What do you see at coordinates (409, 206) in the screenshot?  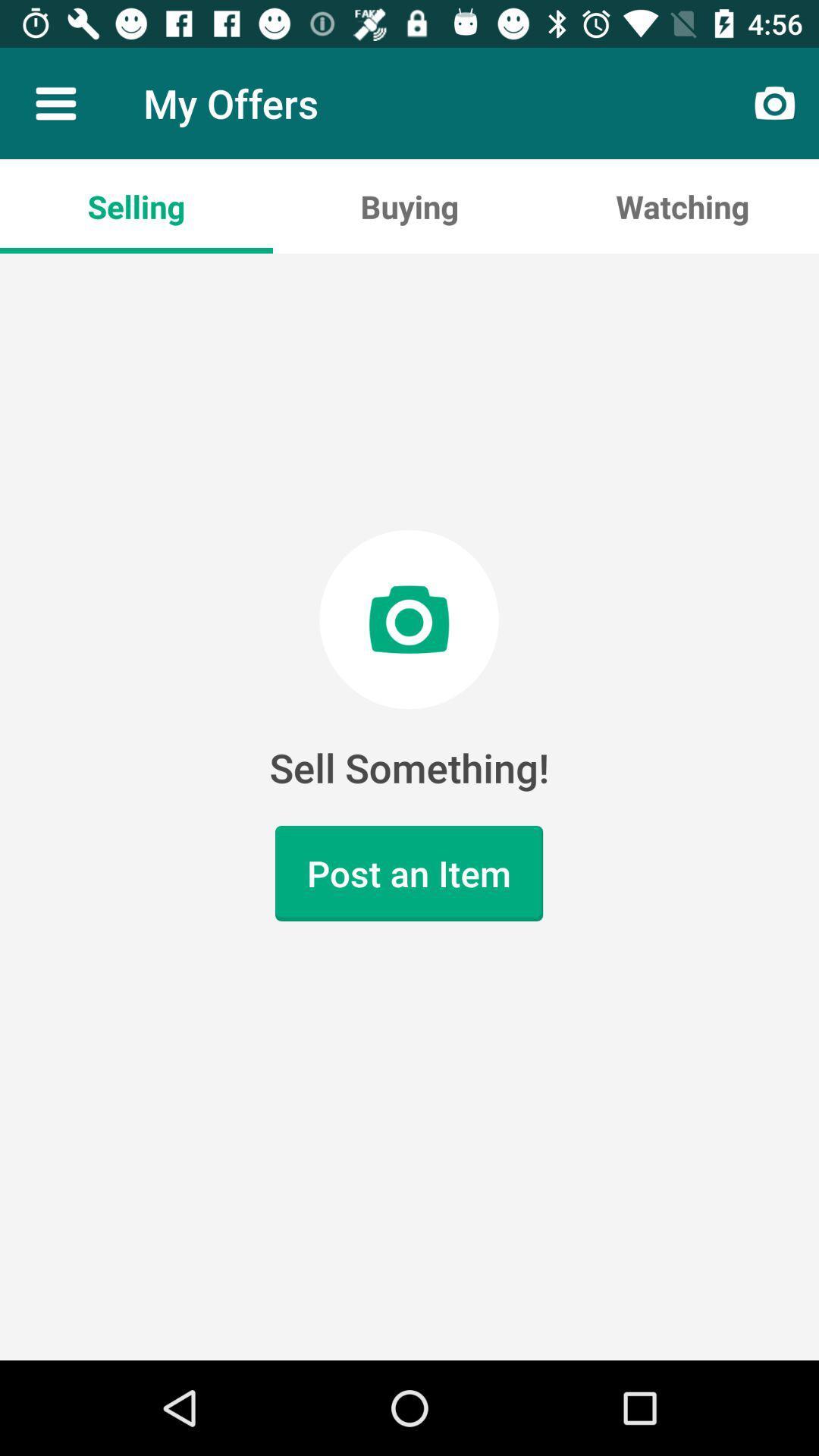 I see `buying icon` at bounding box center [409, 206].